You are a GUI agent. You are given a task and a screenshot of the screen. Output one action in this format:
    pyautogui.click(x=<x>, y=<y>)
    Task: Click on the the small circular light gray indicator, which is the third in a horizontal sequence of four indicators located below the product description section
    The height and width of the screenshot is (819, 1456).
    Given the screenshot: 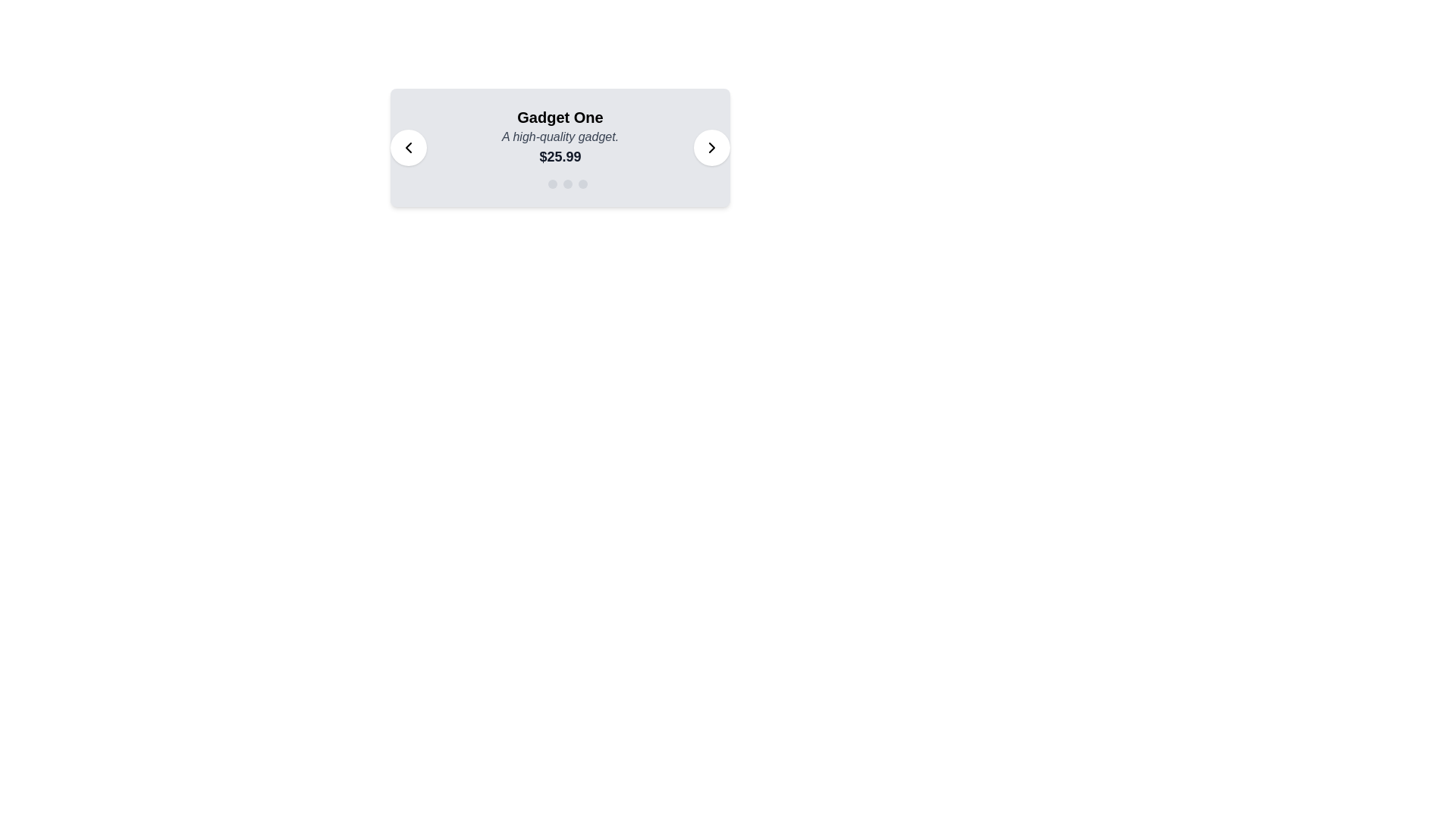 What is the action you would take?
    pyautogui.click(x=566, y=184)
    